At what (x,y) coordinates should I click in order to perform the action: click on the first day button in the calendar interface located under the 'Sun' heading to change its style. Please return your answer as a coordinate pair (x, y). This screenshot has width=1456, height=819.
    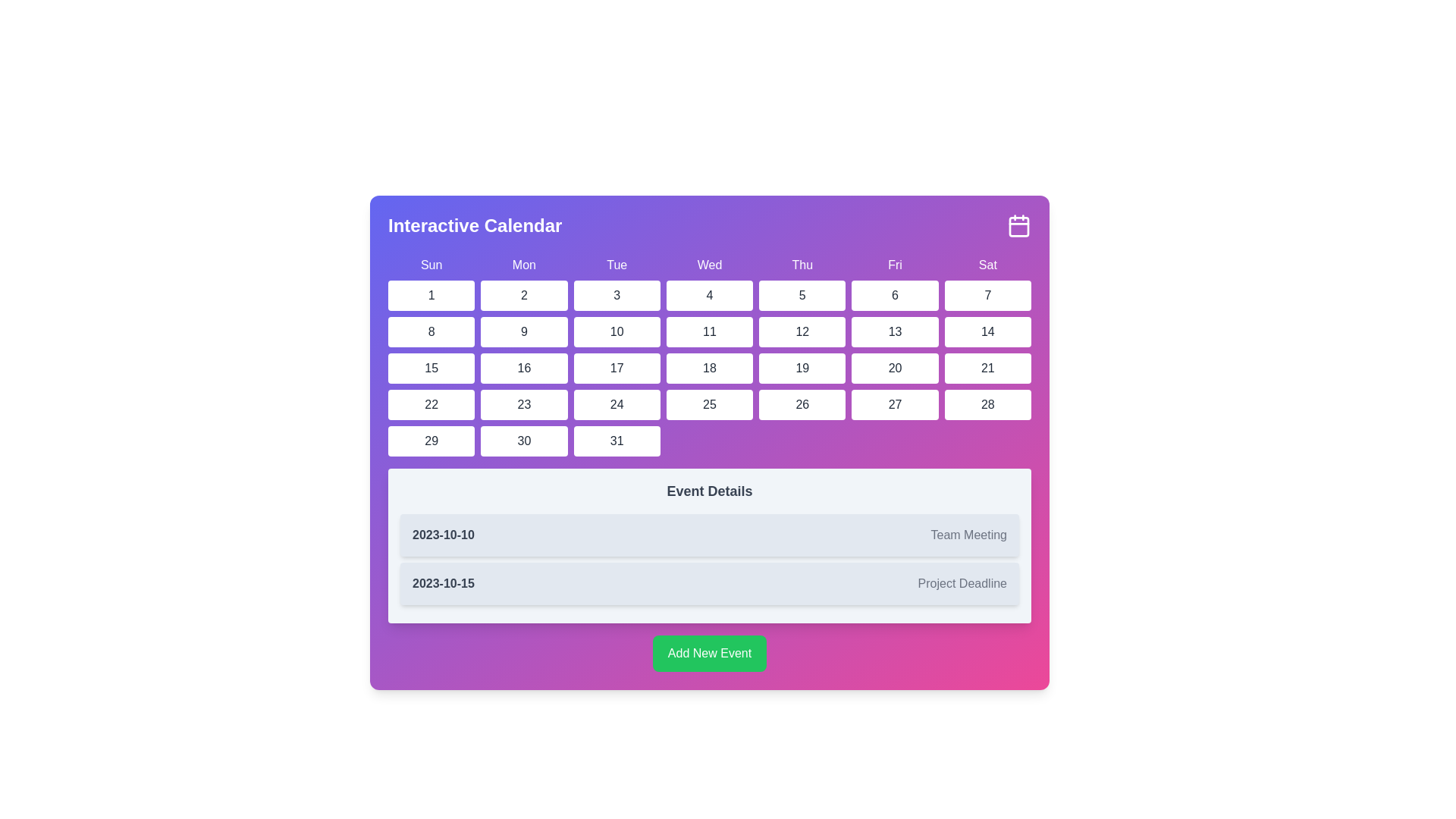
    Looking at the image, I should click on (431, 295).